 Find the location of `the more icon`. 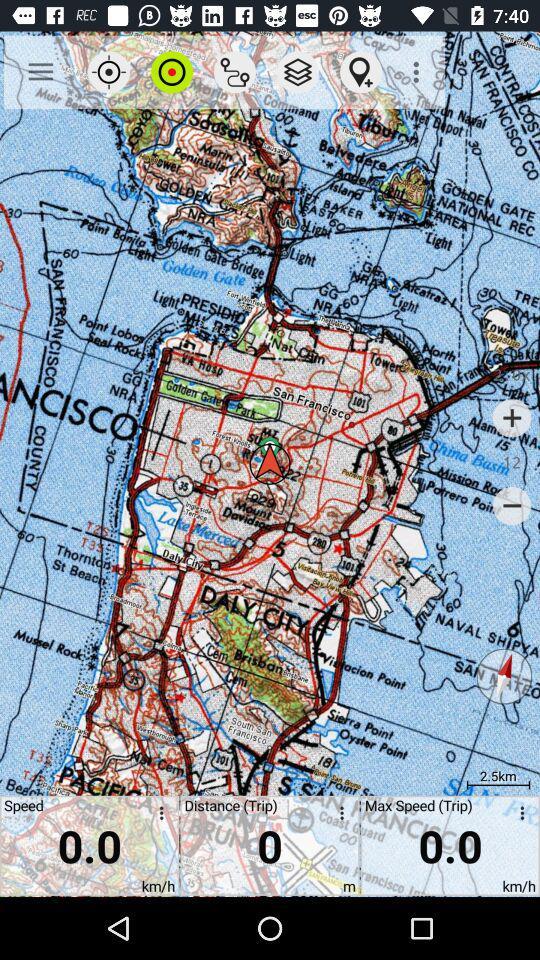

the more icon is located at coordinates (157, 816).